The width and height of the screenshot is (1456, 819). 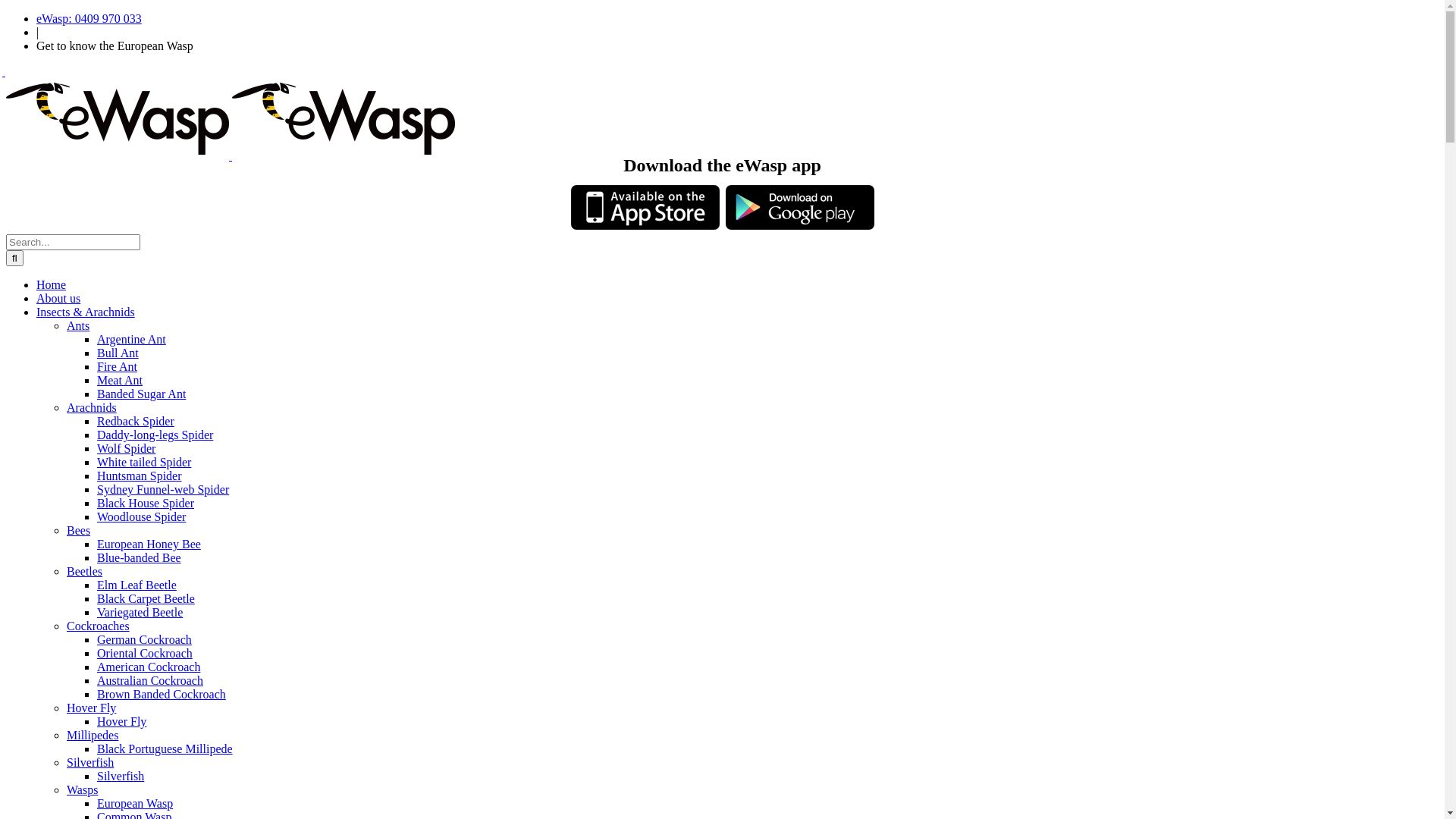 What do you see at coordinates (136, 584) in the screenshot?
I see `'Elm Leaf Beetle'` at bounding box center [136, 584].